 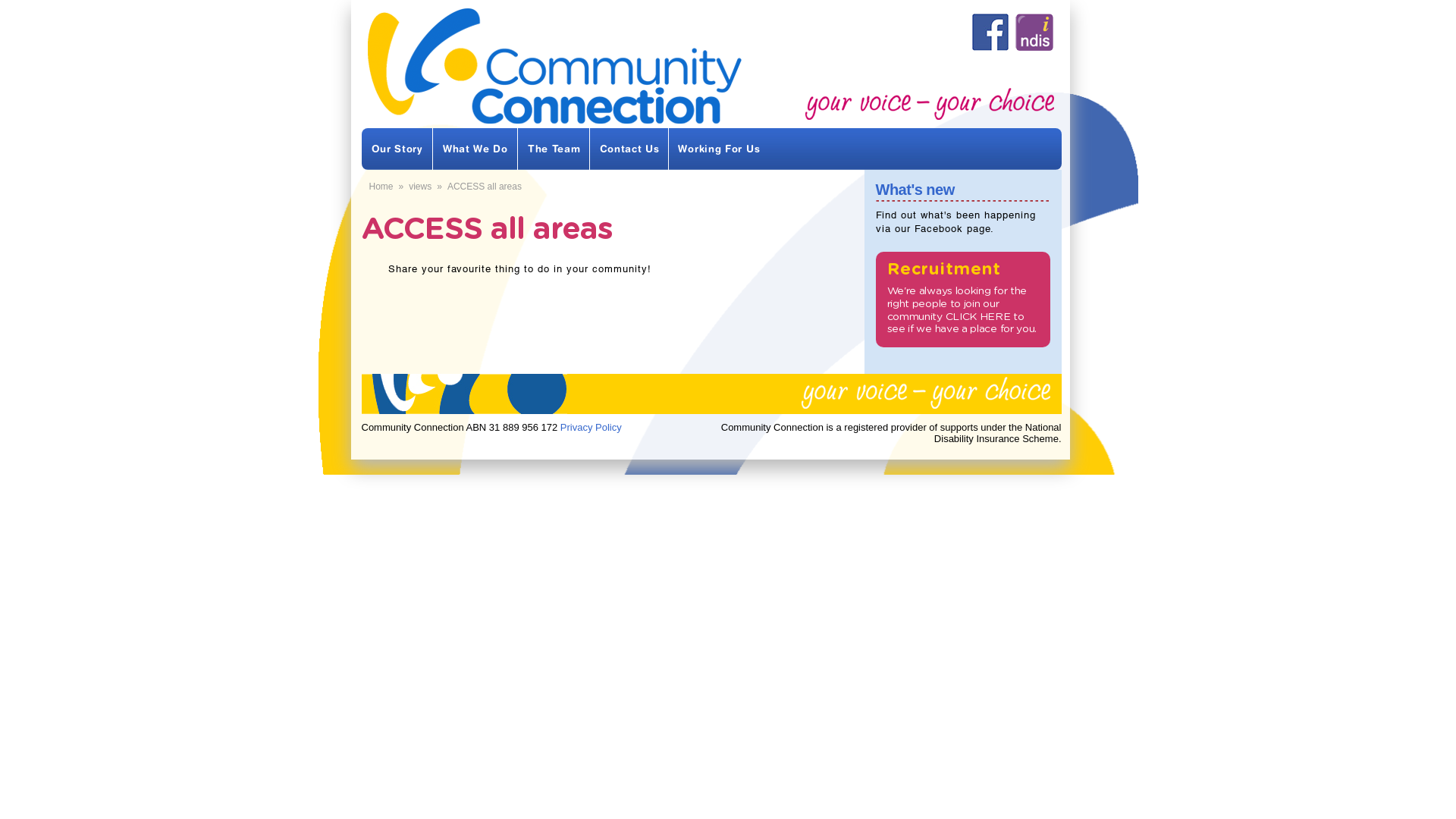 I want to click on 'Working For Us', so click(x=717, y=146).